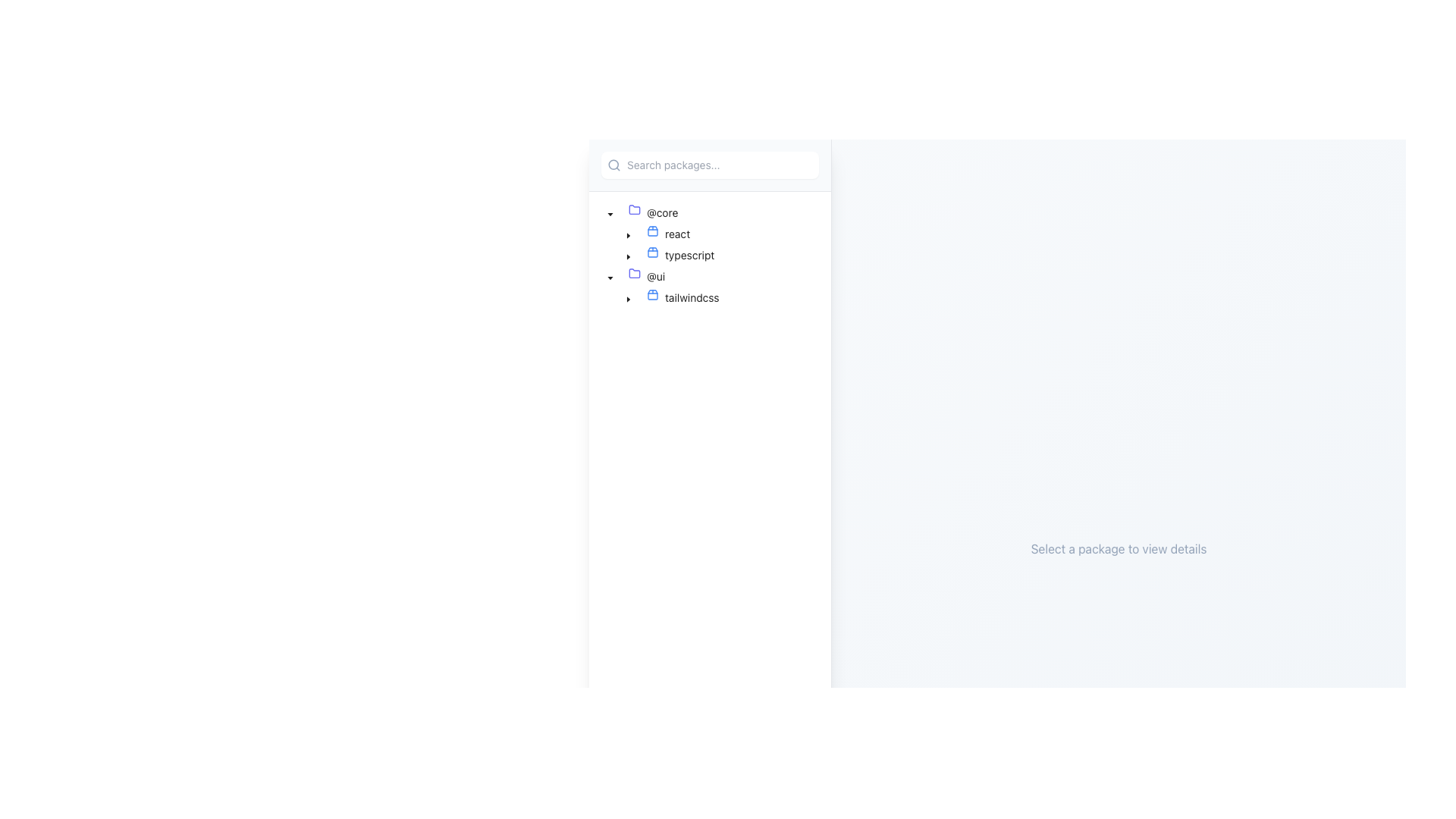  Describe the element at coordinates (642, 213) in the screenshot. I see `the first Tree item in the hierarchical tree menu` at that location.